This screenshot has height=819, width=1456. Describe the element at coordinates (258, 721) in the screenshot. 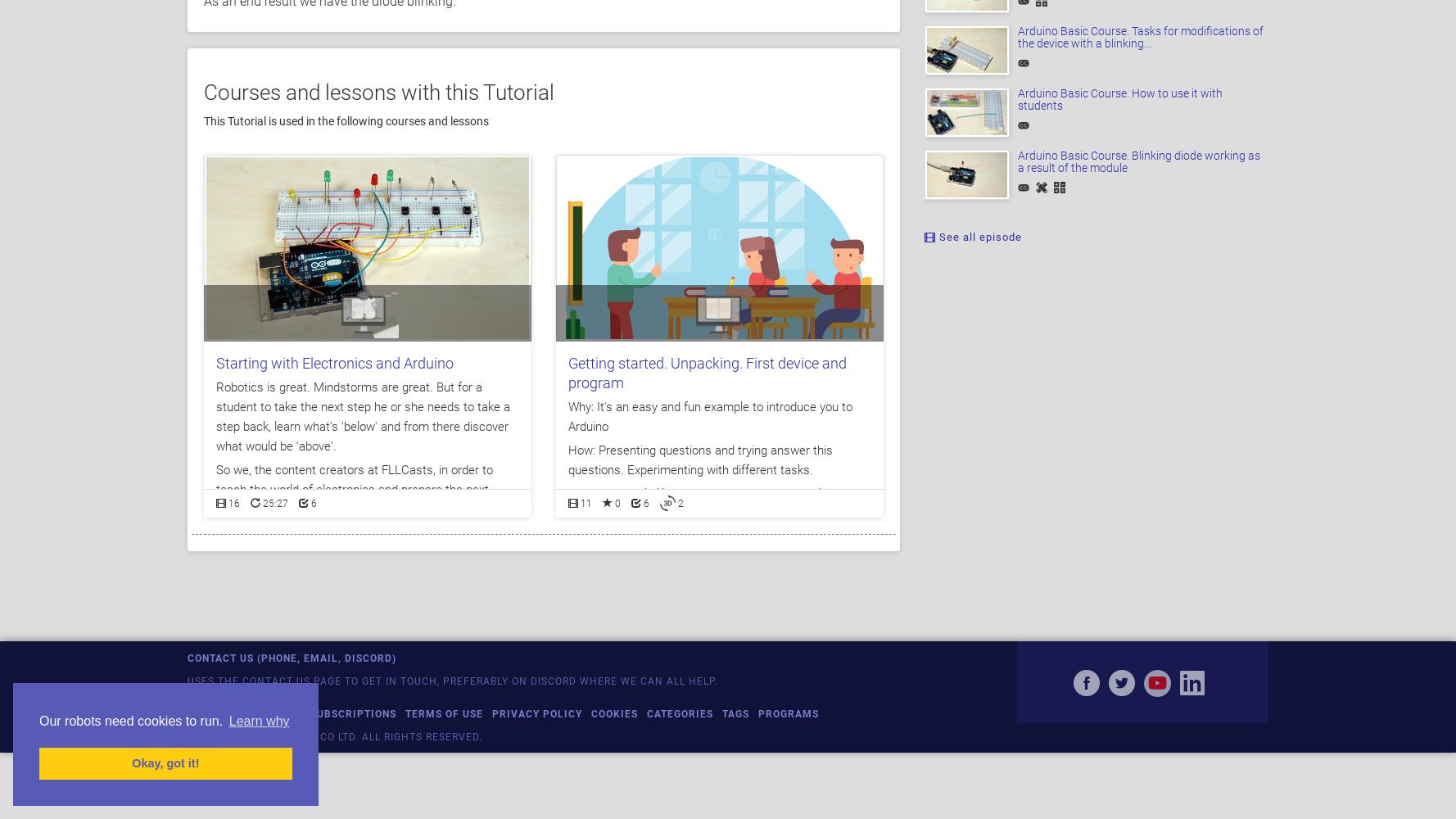

I see `'Learn why'` at that location.